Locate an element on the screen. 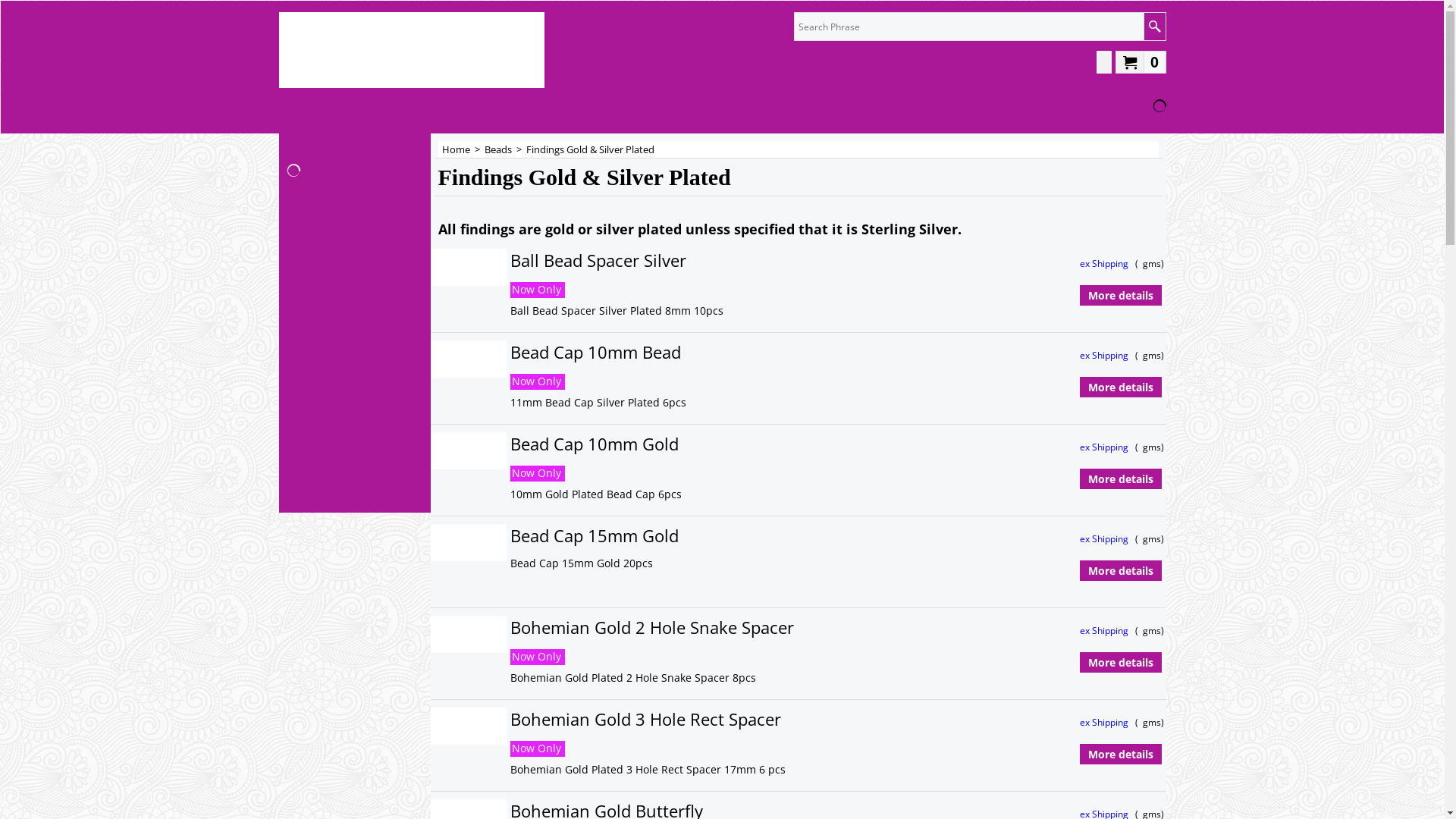 Image resolution: width=1456 pixels, height=819 pixels. 'Ball Bead Spacer Silver' is located at coordinates (739, 259).